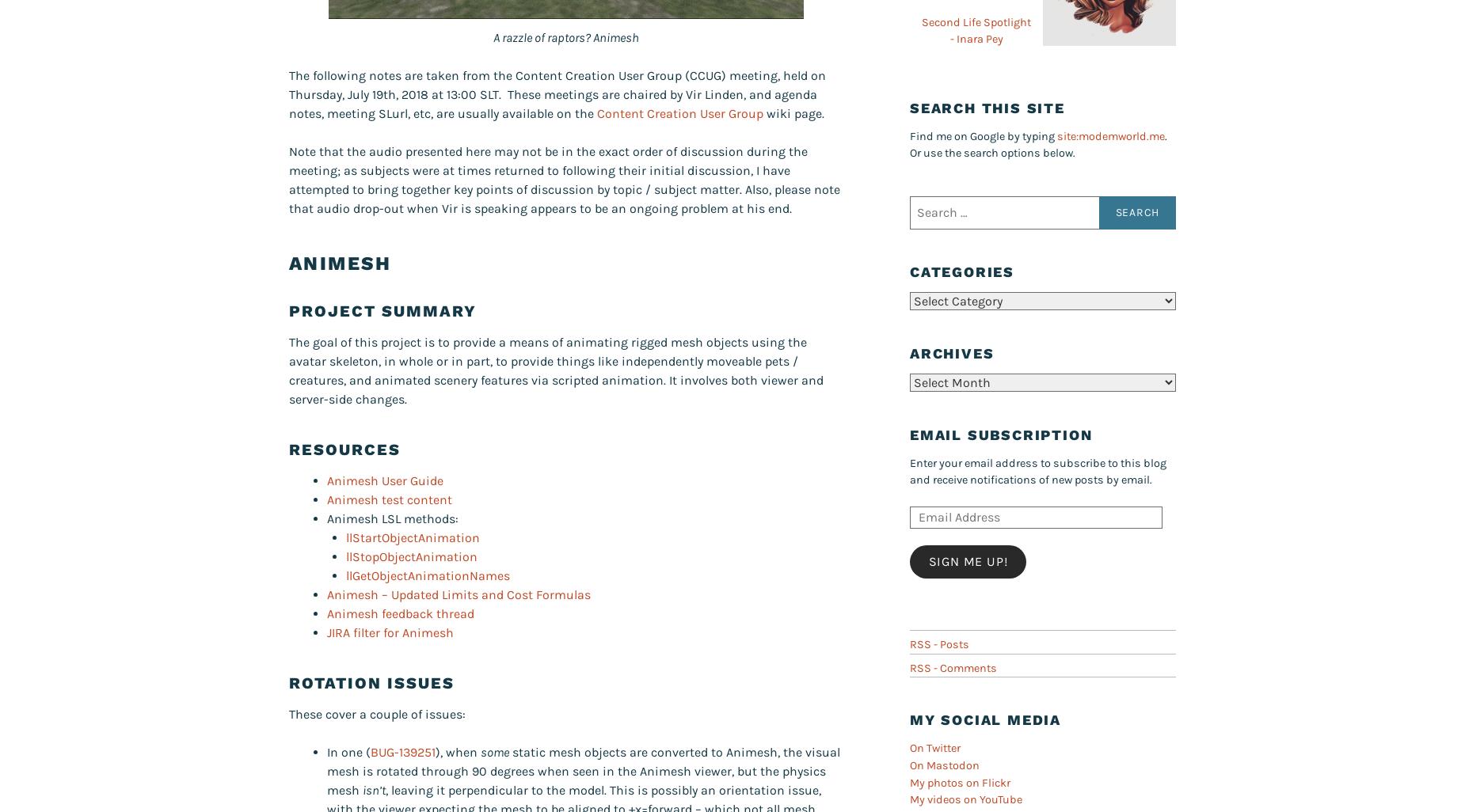  Describe the element at coordinates (944, 765) in the screenshot. I see `'On Mastodon'` at that location.